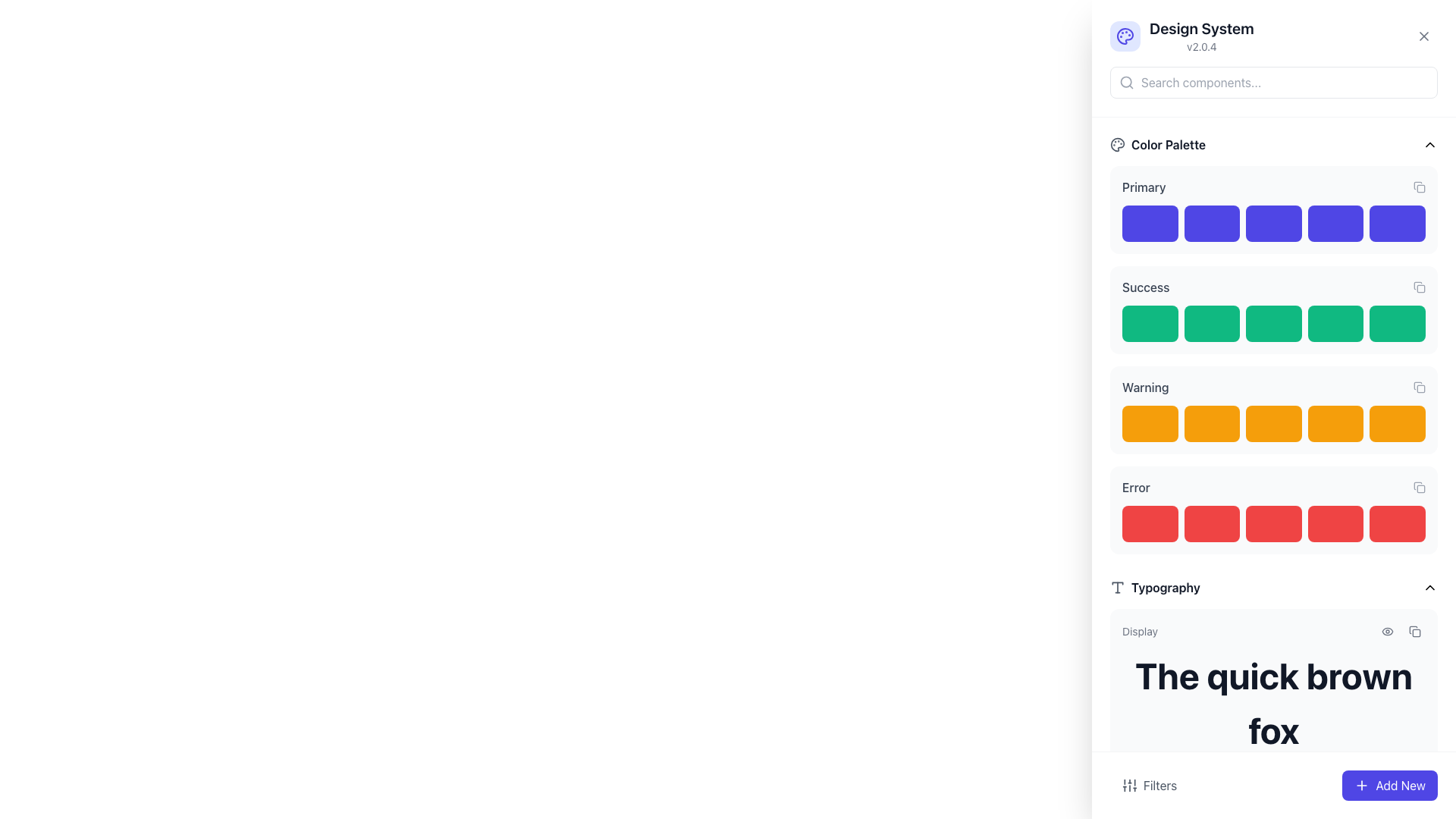 This screenshot has height=819, width=1456. What do you see at coordinates (1414, 803) in the screenshot?
I see `the small gray icon button resembling a copy action` at bounding box center [1414, 803].